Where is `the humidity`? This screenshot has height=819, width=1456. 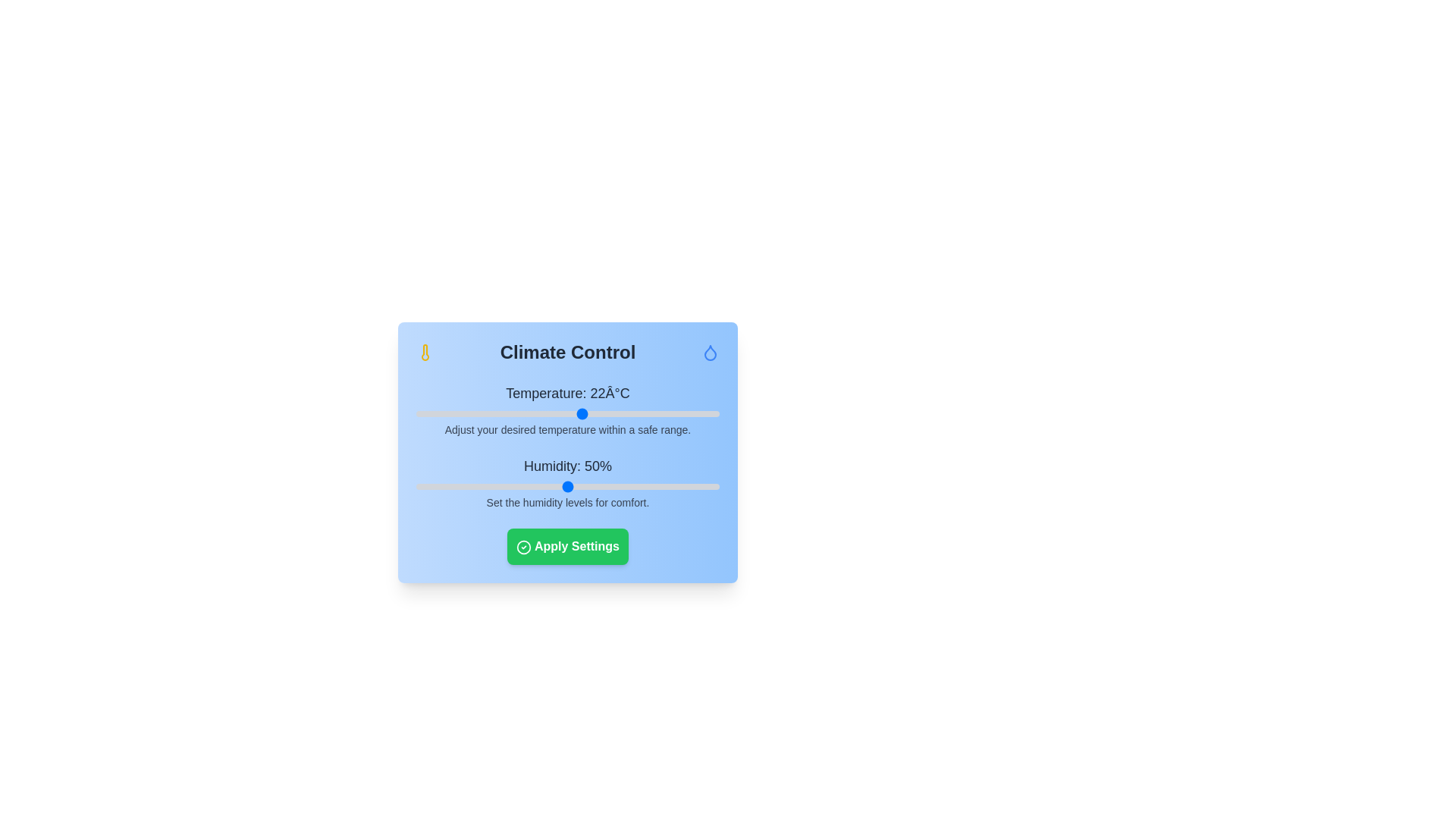 the humidity is located at coordinates (535, 486).